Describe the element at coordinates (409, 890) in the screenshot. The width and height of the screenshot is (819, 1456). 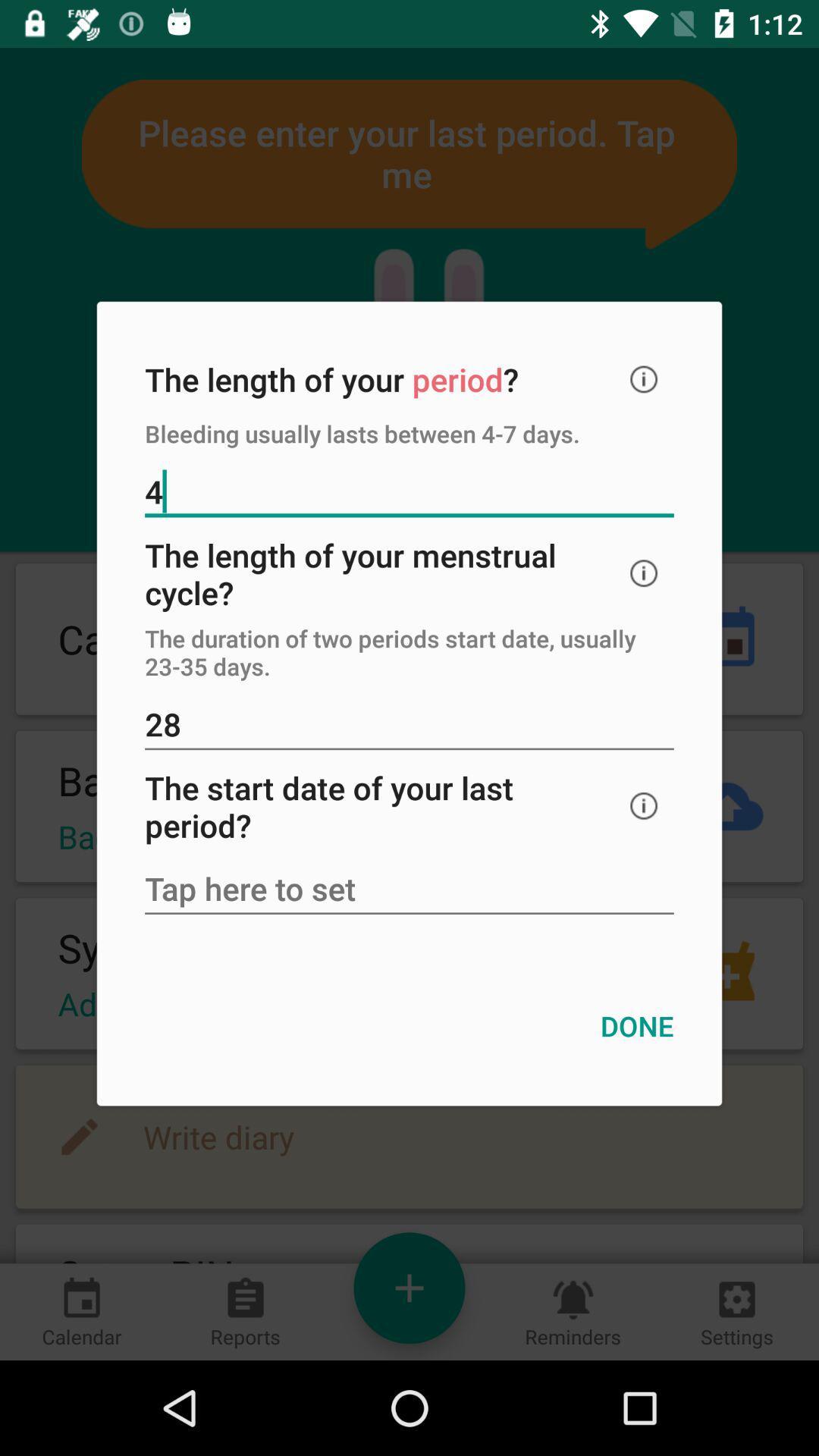
I see `write date` at that location.